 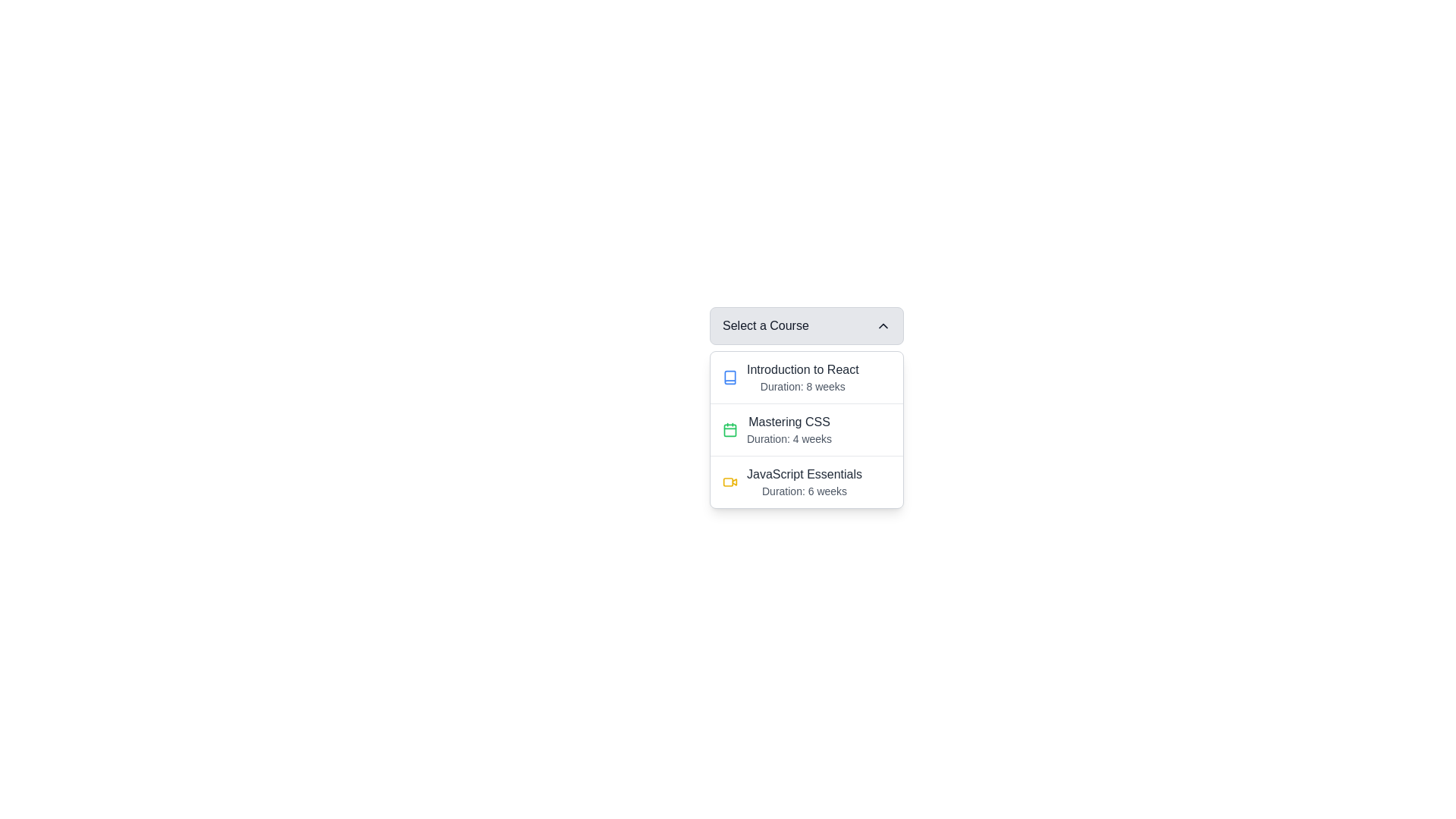 I want to click on the upward-pointing chevron icon, which is an SVG graphic with a gray stroke, located at the far right of the 'Select a Course' button, so click(x=883, y=325).